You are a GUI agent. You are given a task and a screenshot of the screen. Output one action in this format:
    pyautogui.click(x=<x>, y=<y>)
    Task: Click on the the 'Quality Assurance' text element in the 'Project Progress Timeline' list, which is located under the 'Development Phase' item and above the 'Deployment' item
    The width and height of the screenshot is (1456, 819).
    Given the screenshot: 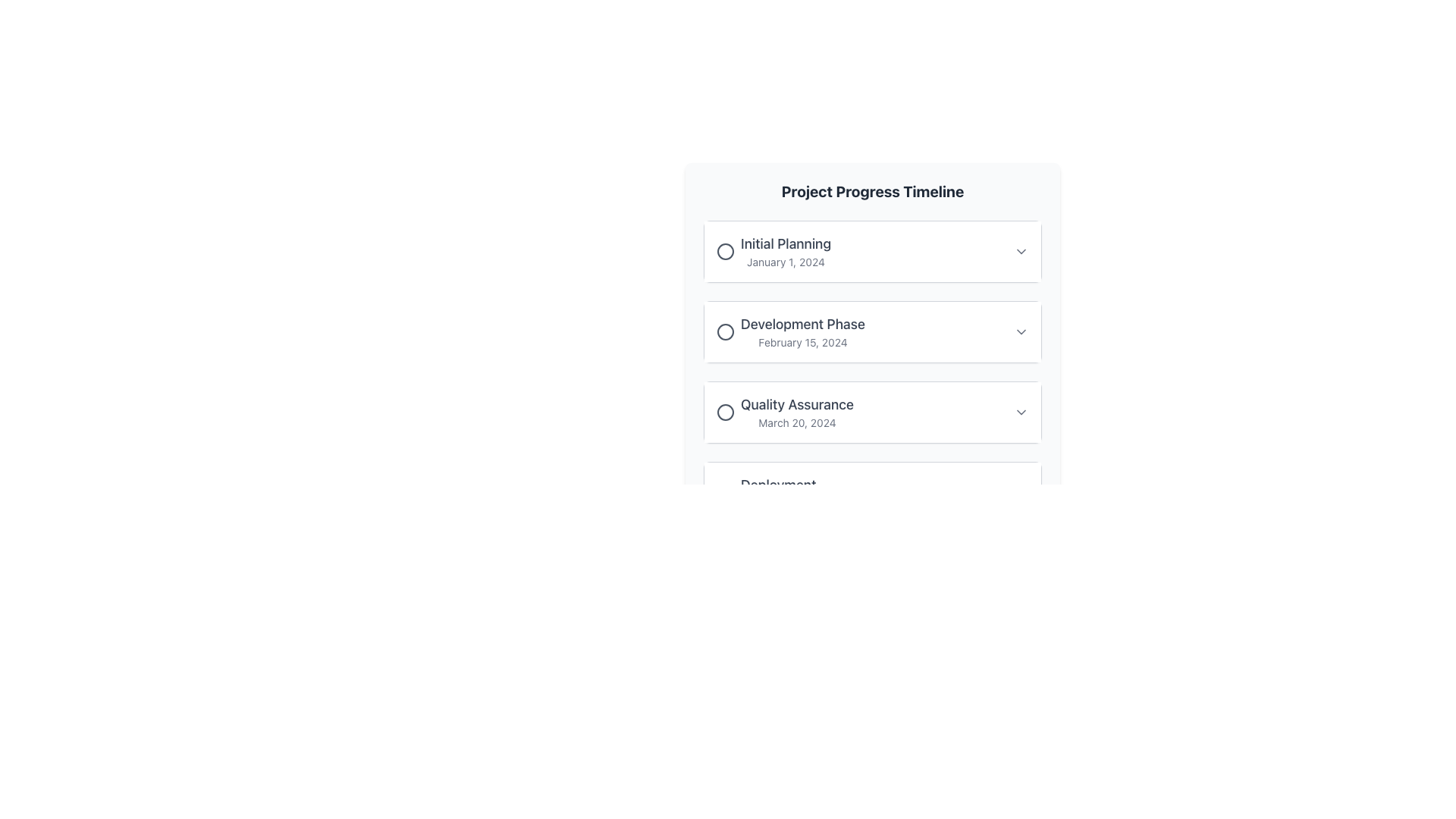 What is the action you would take?
    pyautogui.click(x=796, y=412)
    